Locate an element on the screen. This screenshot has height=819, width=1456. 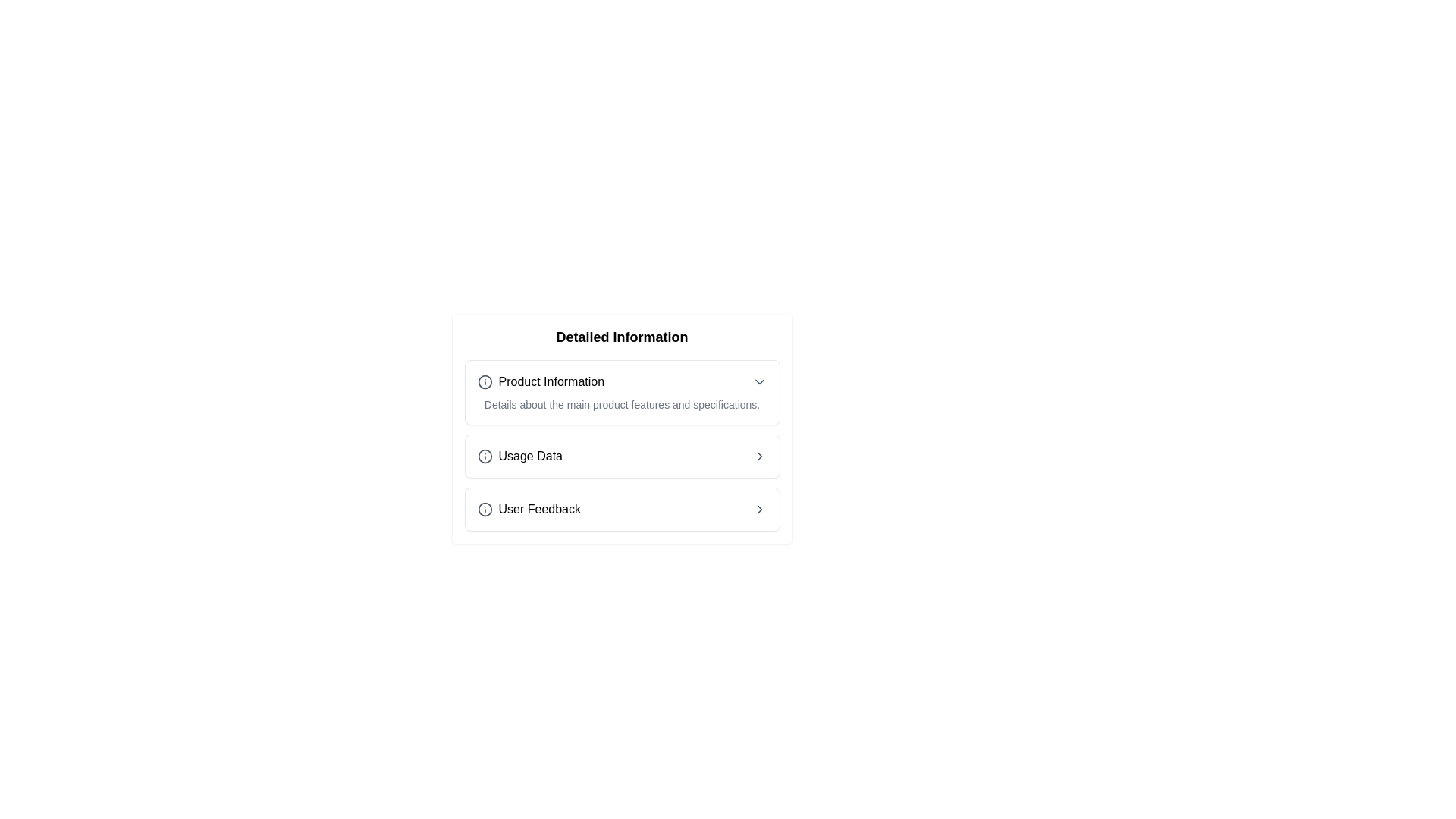
the 'Usage Data' navigation item, which consists of a text label and an icon is located at coordinates (519, 455).